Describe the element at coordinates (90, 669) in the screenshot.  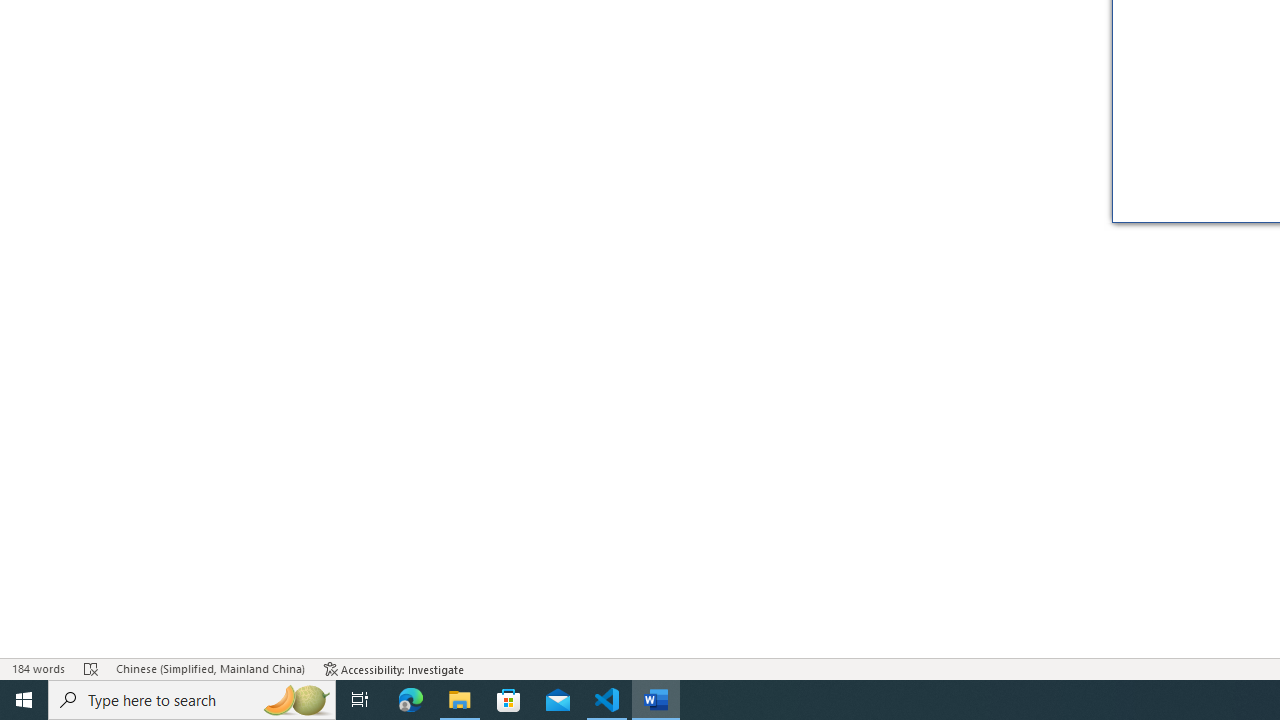
I see `'Spelling and Grammar Check Errors'` at that location.